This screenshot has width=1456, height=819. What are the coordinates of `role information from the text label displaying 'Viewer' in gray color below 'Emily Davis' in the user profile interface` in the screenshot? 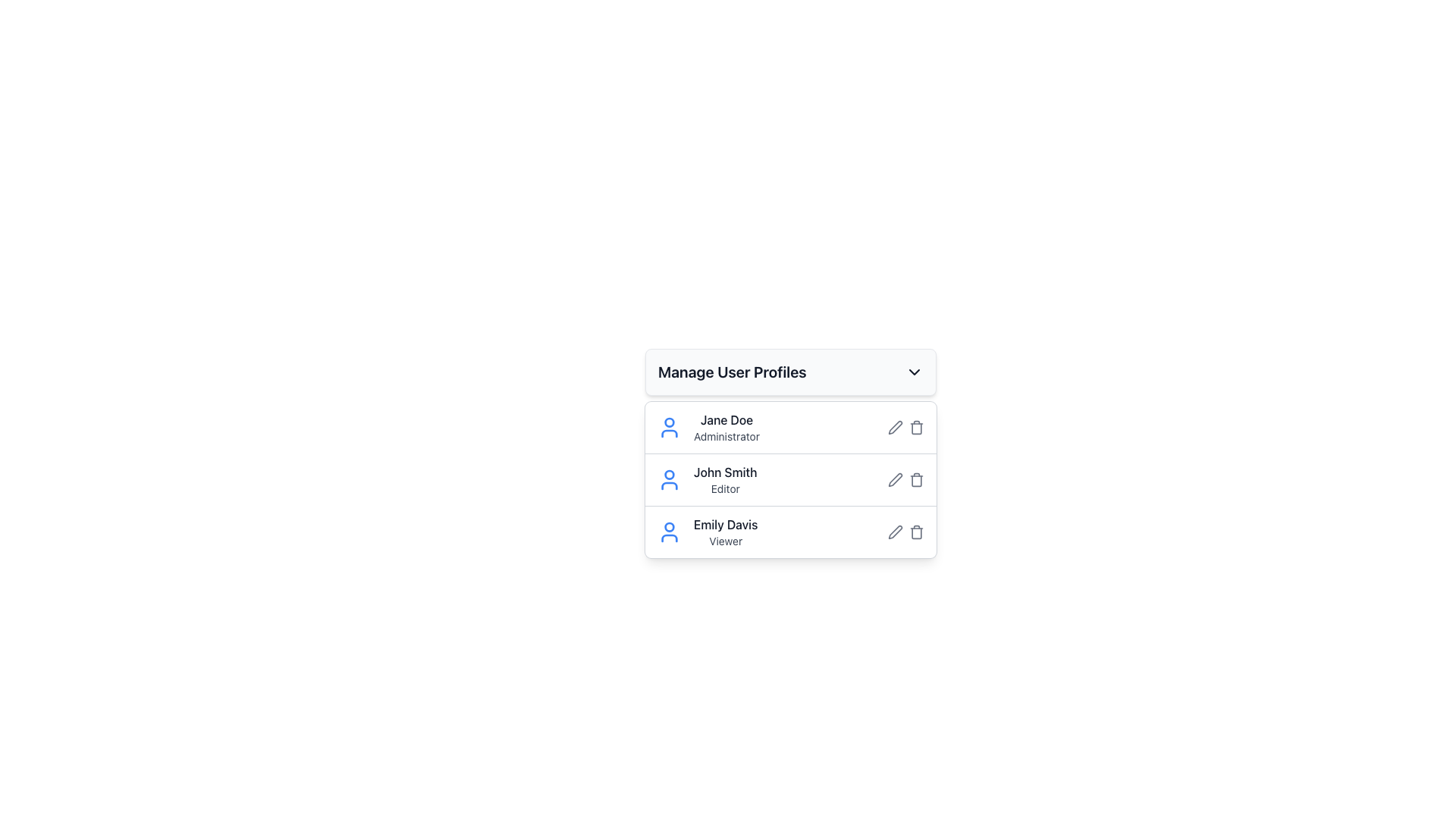 It's located at (725, 540).